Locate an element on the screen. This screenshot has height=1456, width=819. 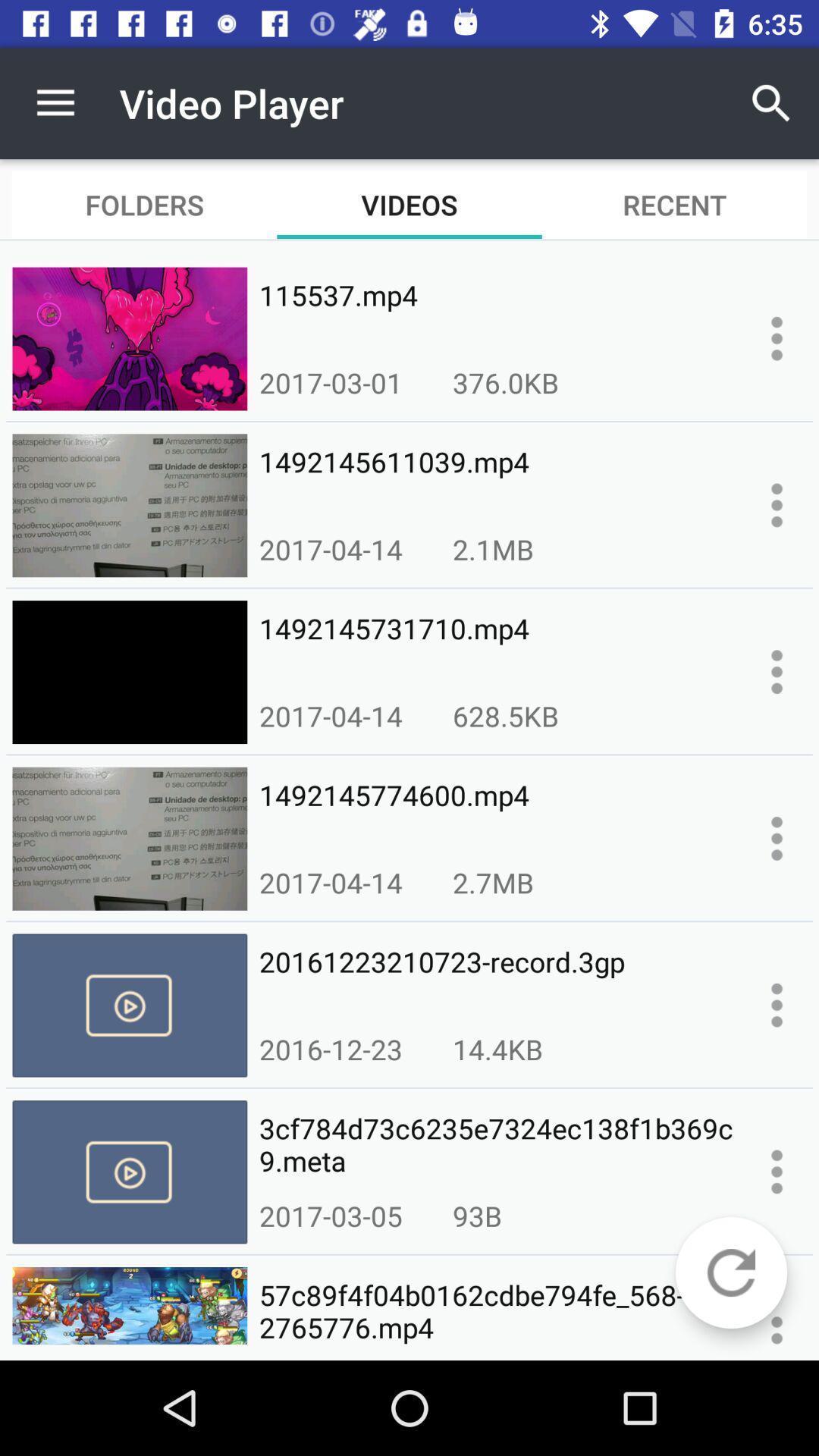
the icon above 3cf784d73c6235e7324ec138f1b369c9.meta item is located at coordinates (330, 1048).